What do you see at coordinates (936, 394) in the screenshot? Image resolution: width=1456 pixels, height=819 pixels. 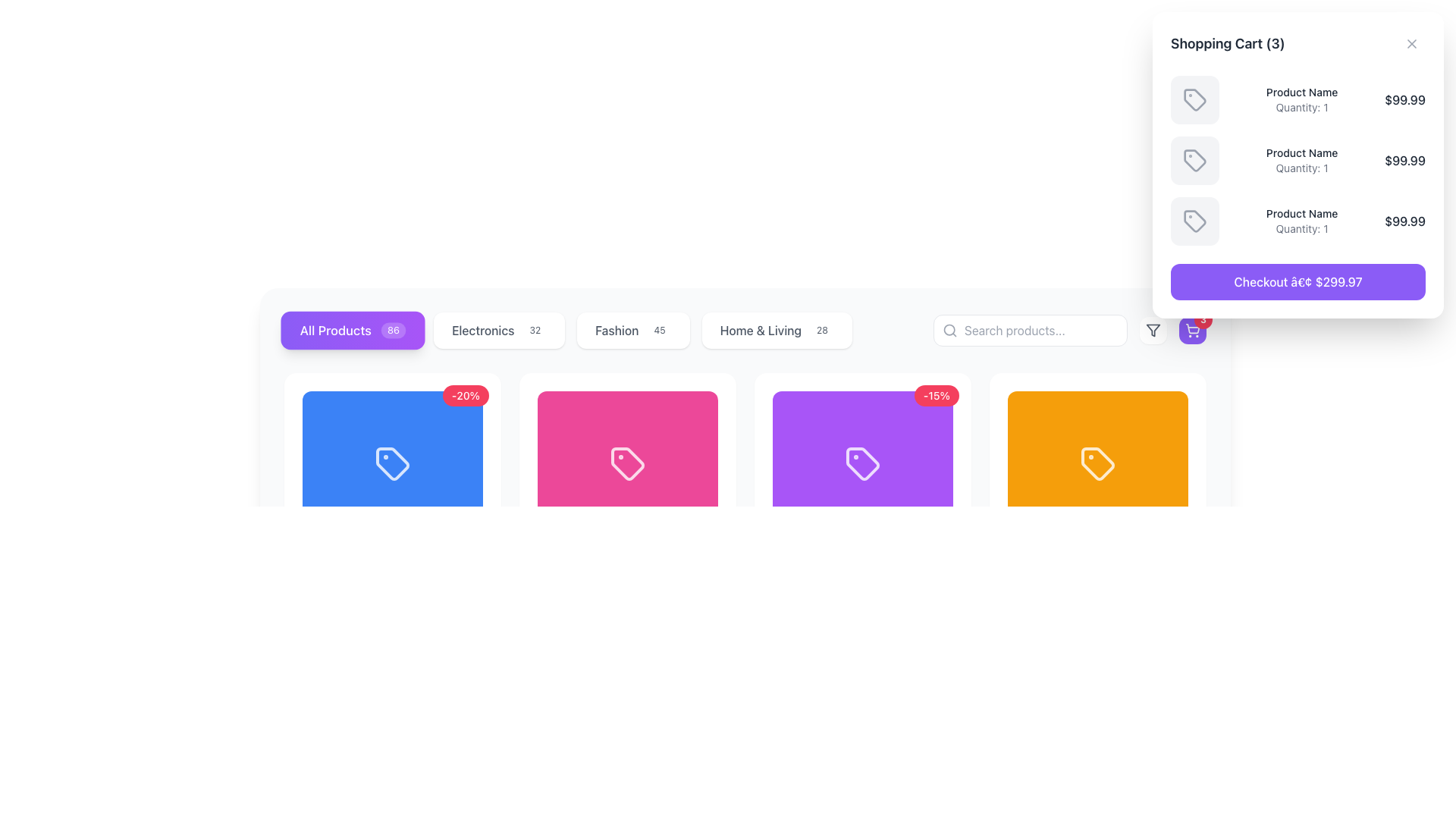 I see `the discount badge indicating a 15% discount on the purple-colored product located in the top-right corner of the product card` at bounding box center [936, 394].